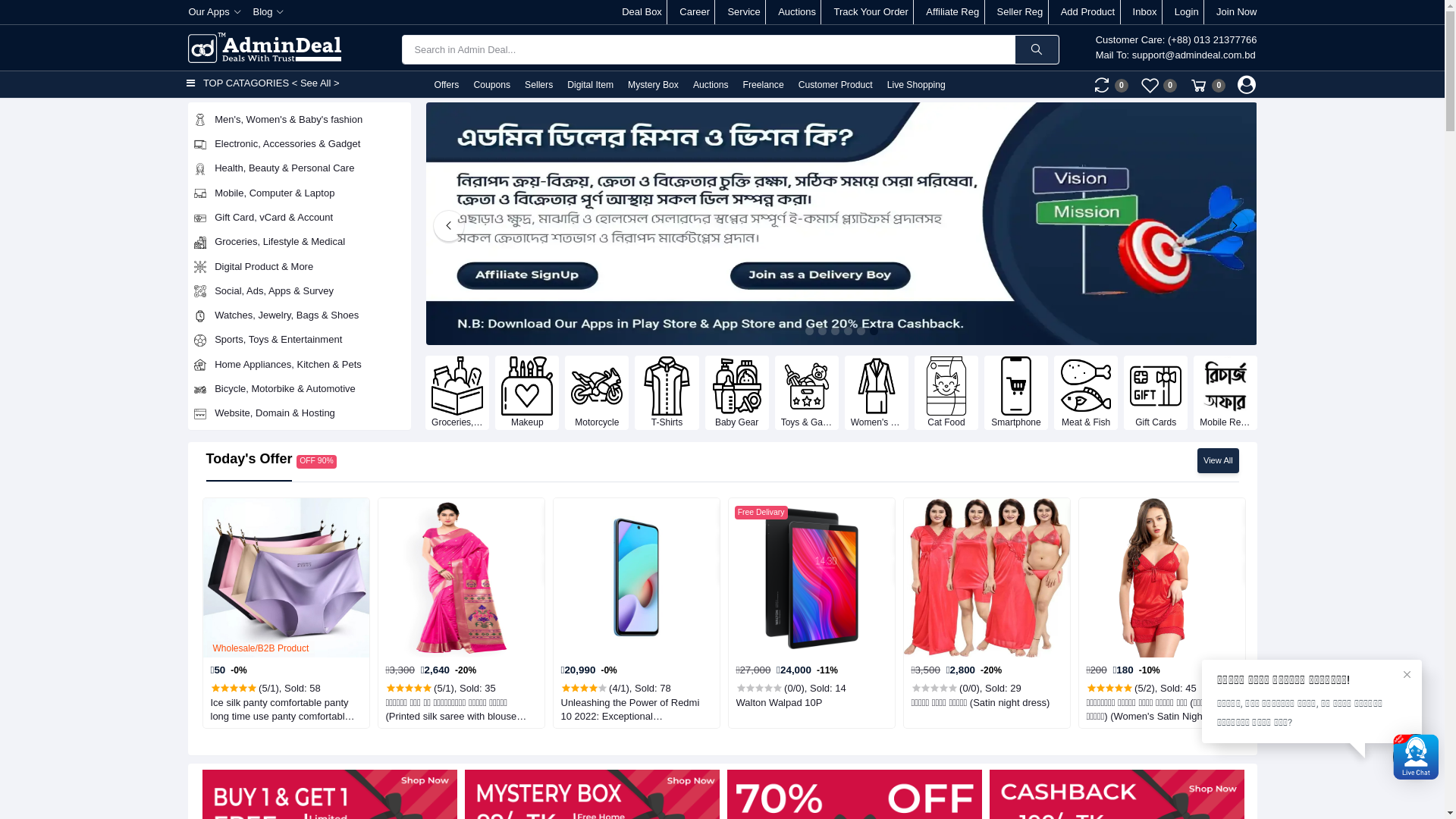 The image size is (1456, 819). What do you see at coordinates (1140, 84) in the screenshot?
I see `'0'` at bounding box center [1140, 84].